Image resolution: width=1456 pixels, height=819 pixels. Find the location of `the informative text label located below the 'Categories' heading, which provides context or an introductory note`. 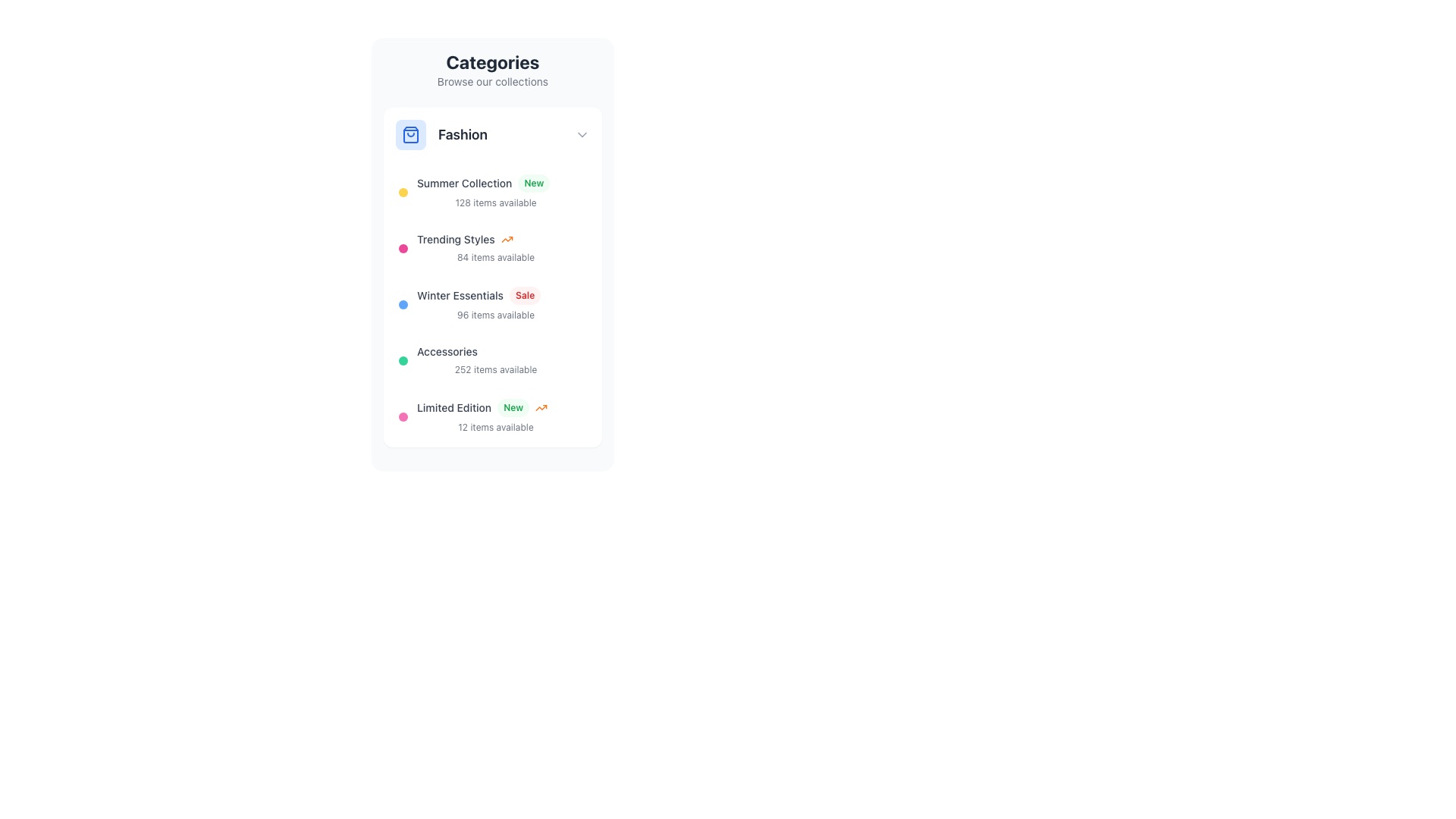

the informative text label located below the 'Categories' heading, which provides context or an introductory note is located at coordinates (492, 82).